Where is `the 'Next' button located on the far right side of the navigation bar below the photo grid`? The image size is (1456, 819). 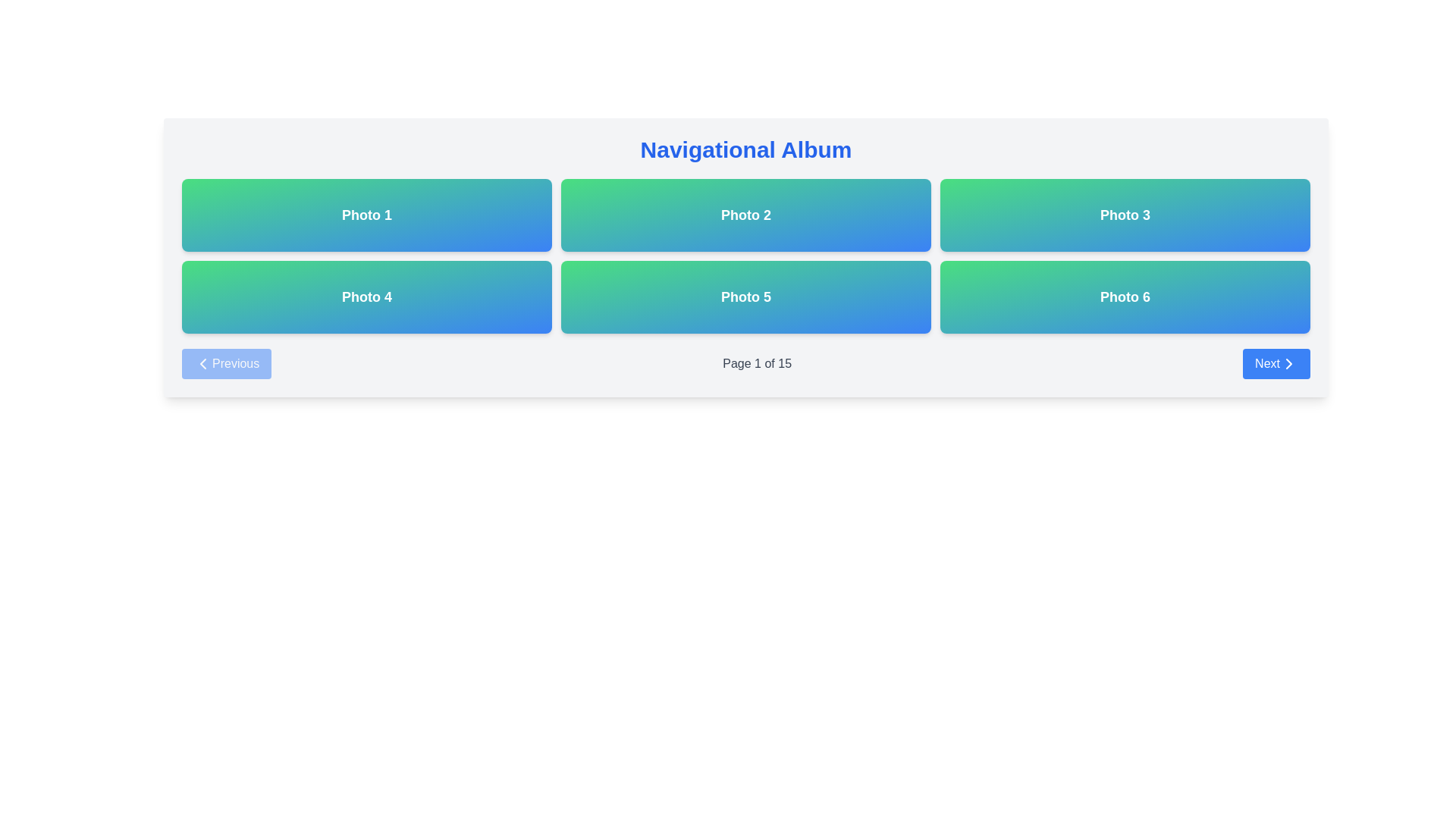 the 'Next' button located on the far right side of the navigation bar below the photo grid is located at coordinates (1276, 363).